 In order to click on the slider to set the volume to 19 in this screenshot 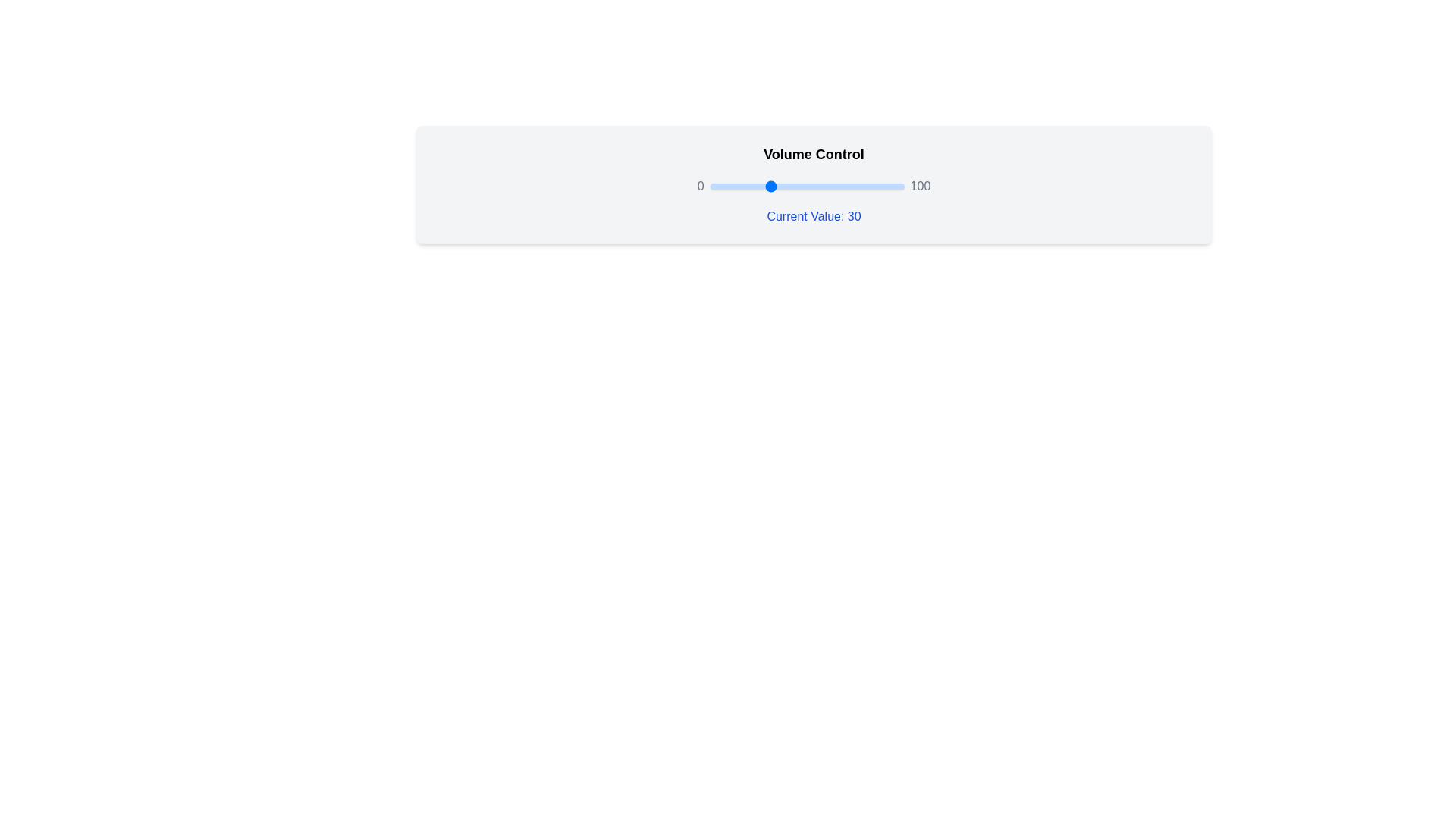, I will do `click(747, 186)`.